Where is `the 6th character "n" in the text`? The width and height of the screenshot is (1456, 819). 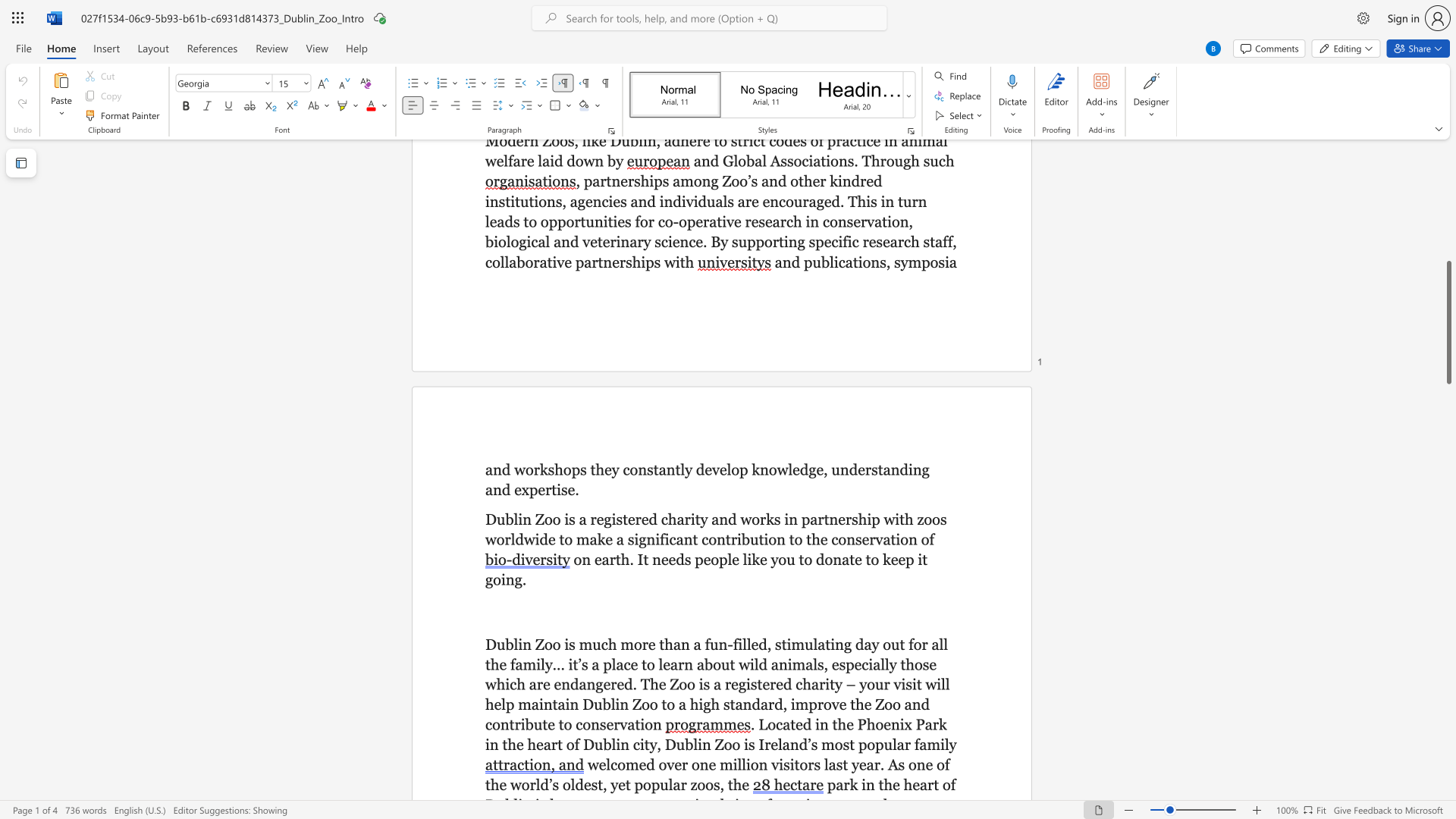 the 6th character "n" in the text is located at coordinates (687, 538).